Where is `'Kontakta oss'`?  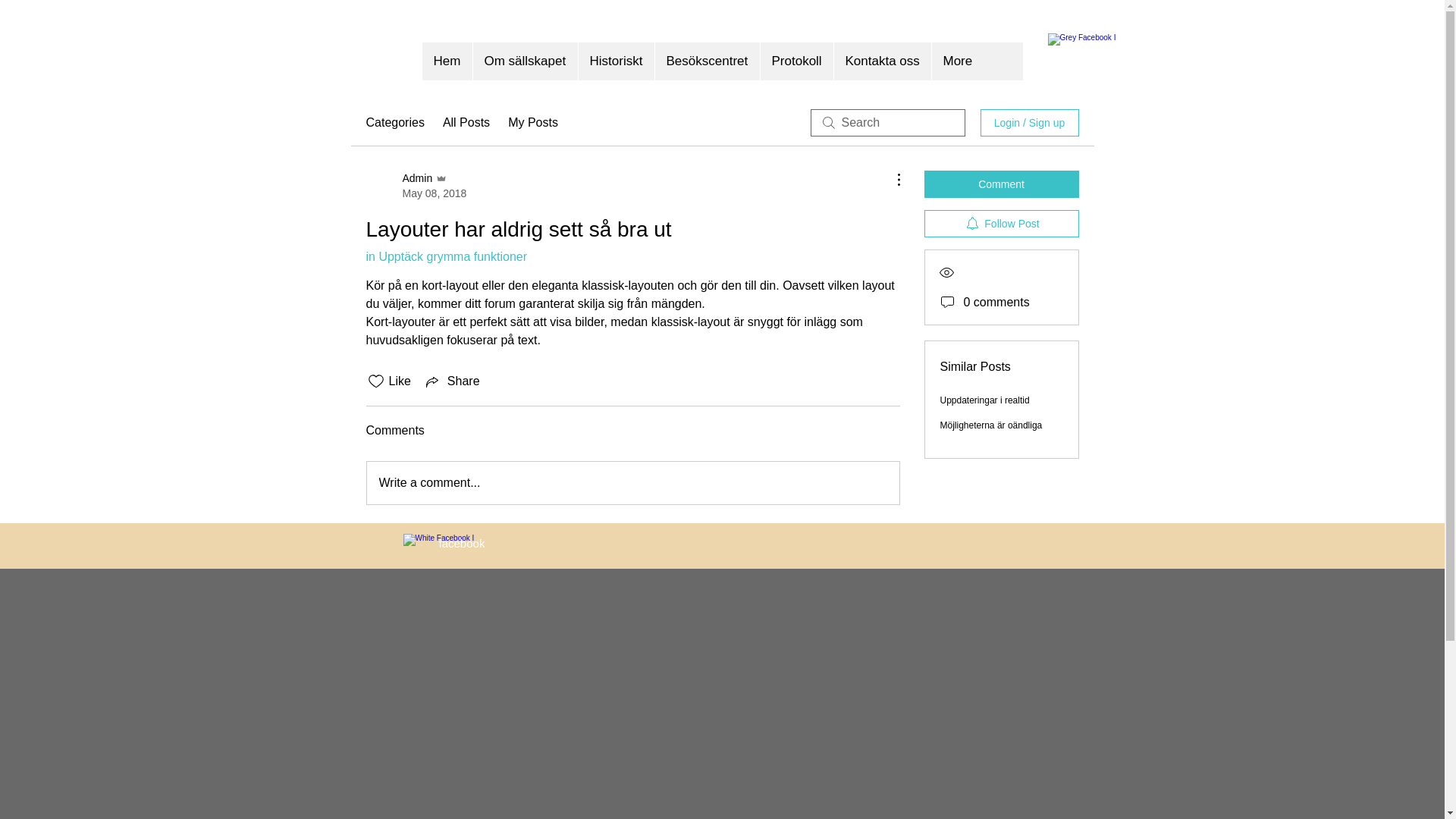 'Kontakta oss' is located at coordinates (832, 61).